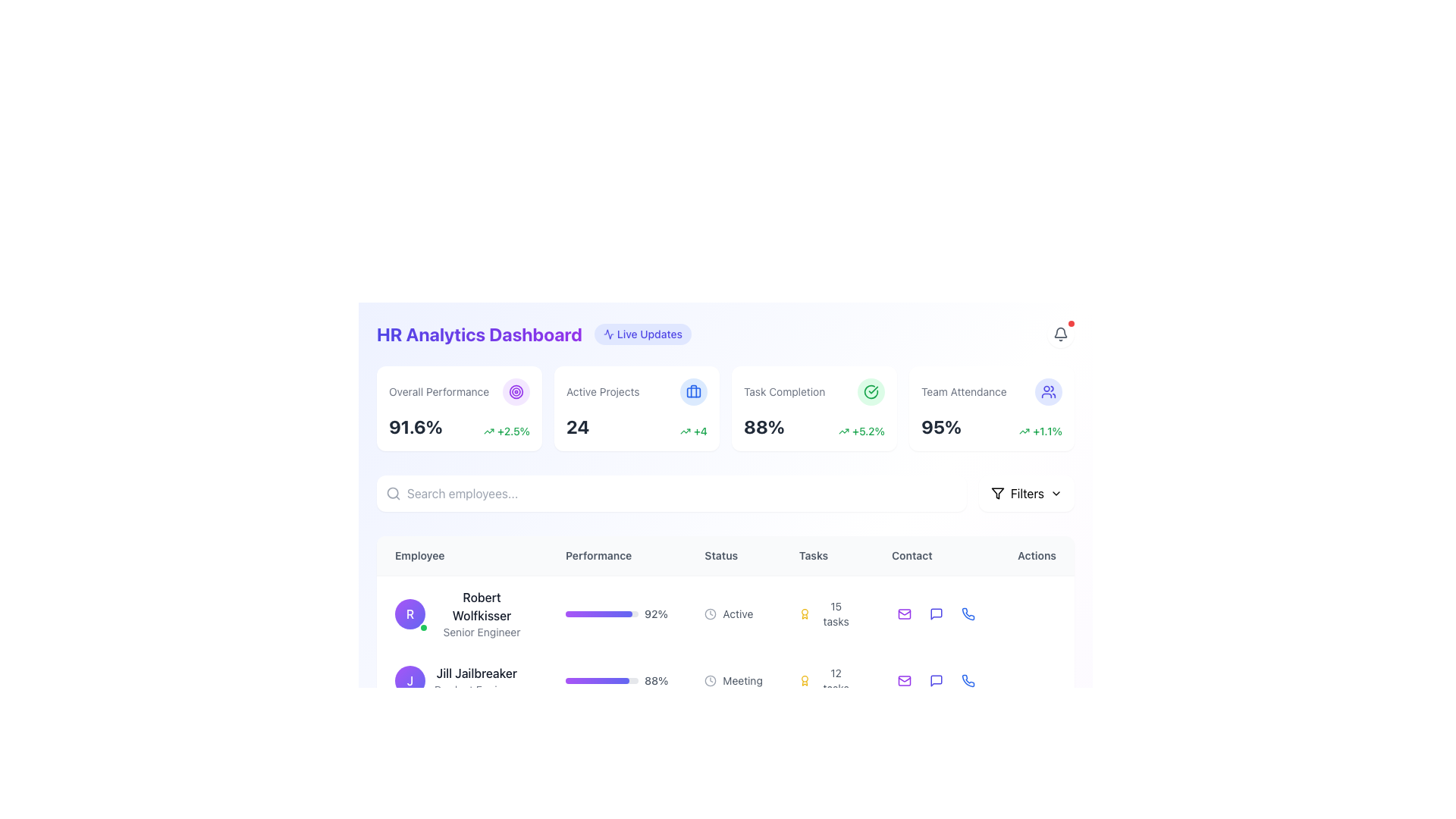 This screenshot has width=1456, height=819. Describe the element at coordinates (617, 556) in the screenshot. I see `the 'Performance' column header in the table` at that location.